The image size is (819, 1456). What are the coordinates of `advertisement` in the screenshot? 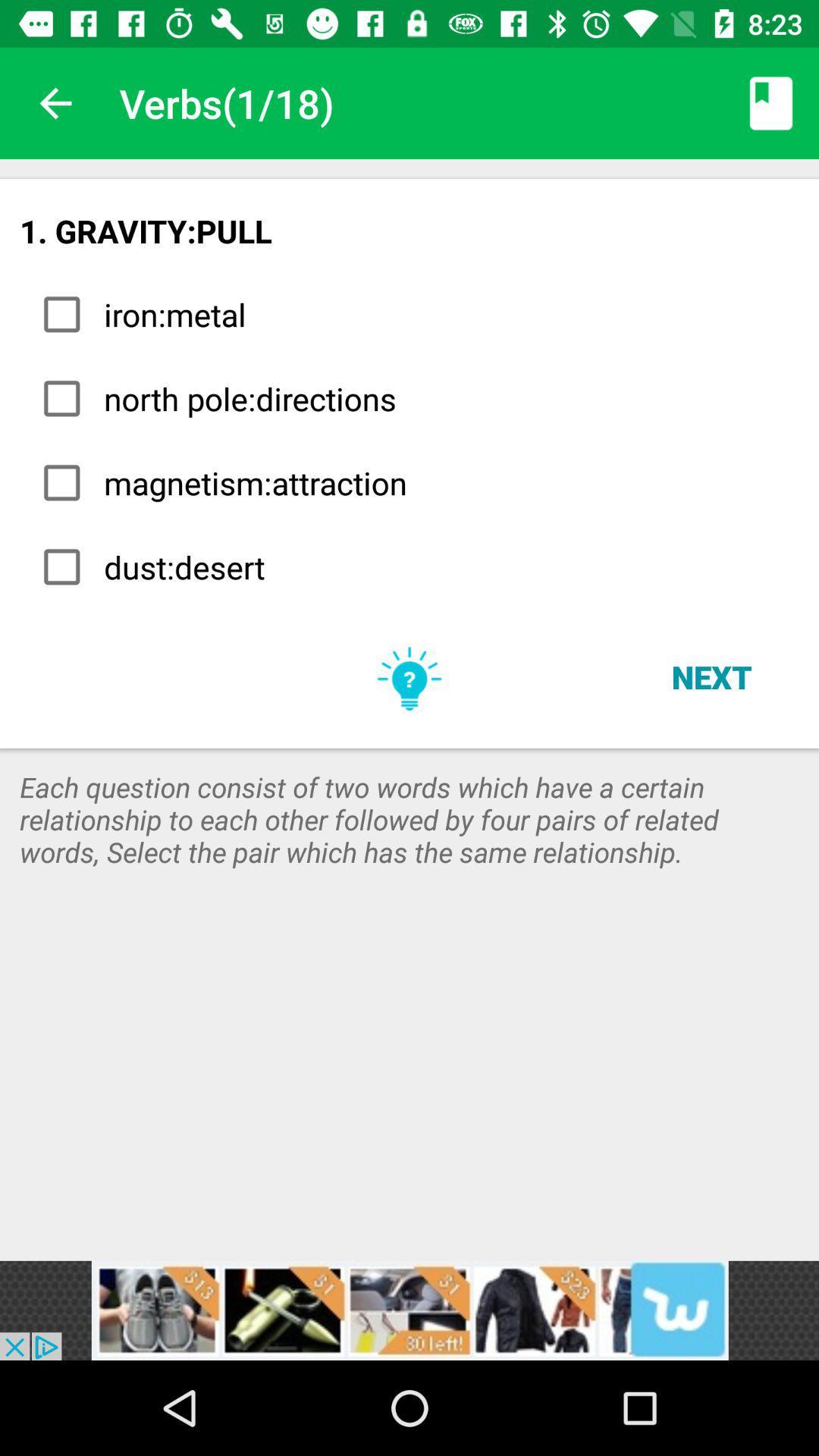 It's located at (409, 1310).